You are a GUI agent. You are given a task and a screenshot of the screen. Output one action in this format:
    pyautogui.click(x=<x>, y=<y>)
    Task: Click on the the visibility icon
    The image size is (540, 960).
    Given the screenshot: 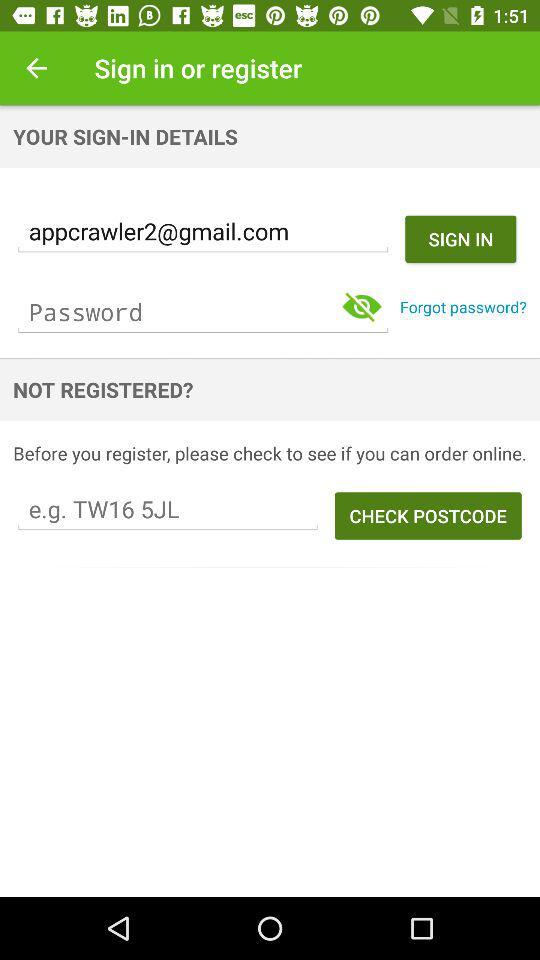 What is the action you would take?
    pyautogui.click(x=360, y=307)
    